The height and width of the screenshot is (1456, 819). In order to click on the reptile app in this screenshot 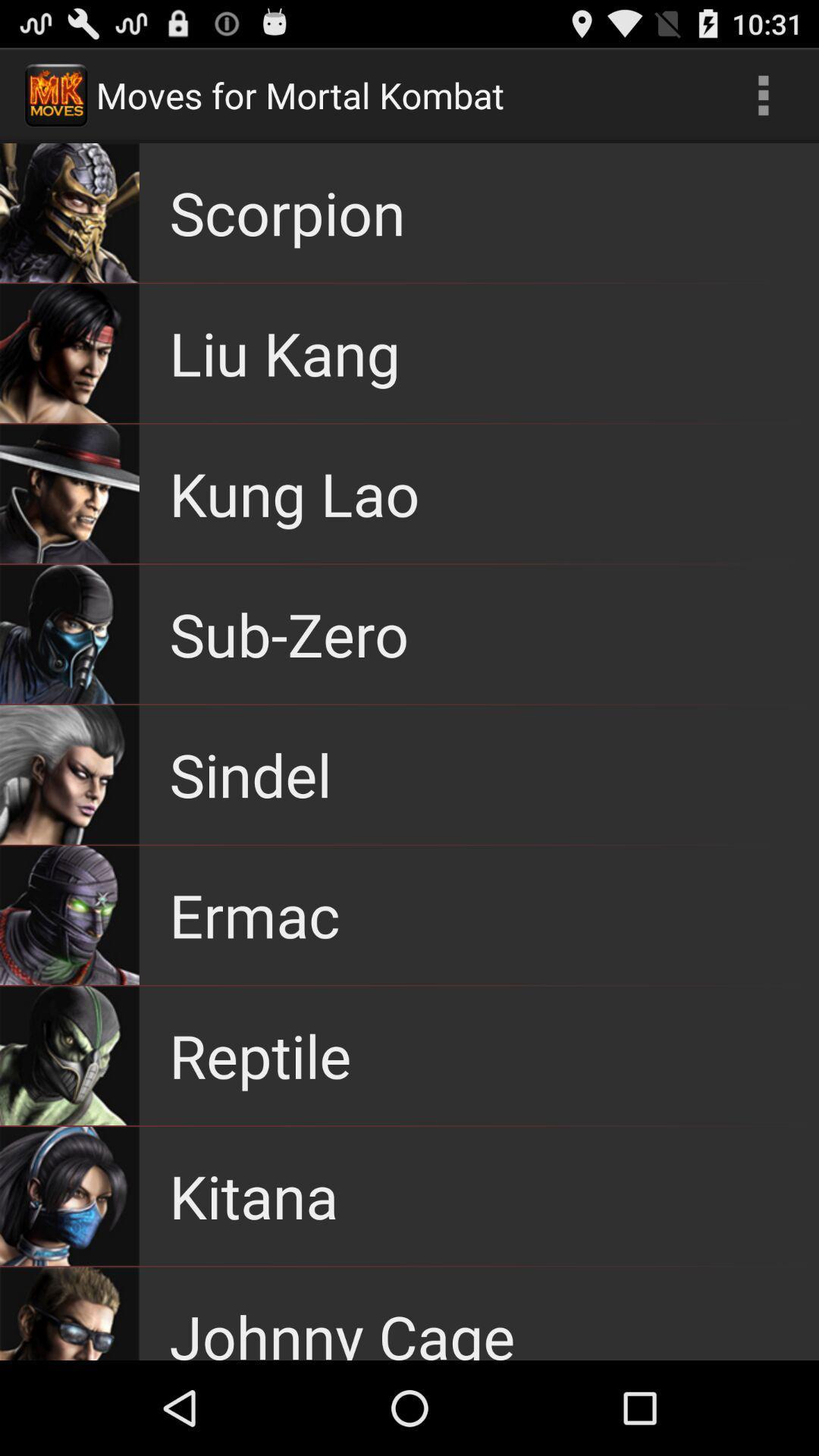, I will do `click(259, 1055)`.